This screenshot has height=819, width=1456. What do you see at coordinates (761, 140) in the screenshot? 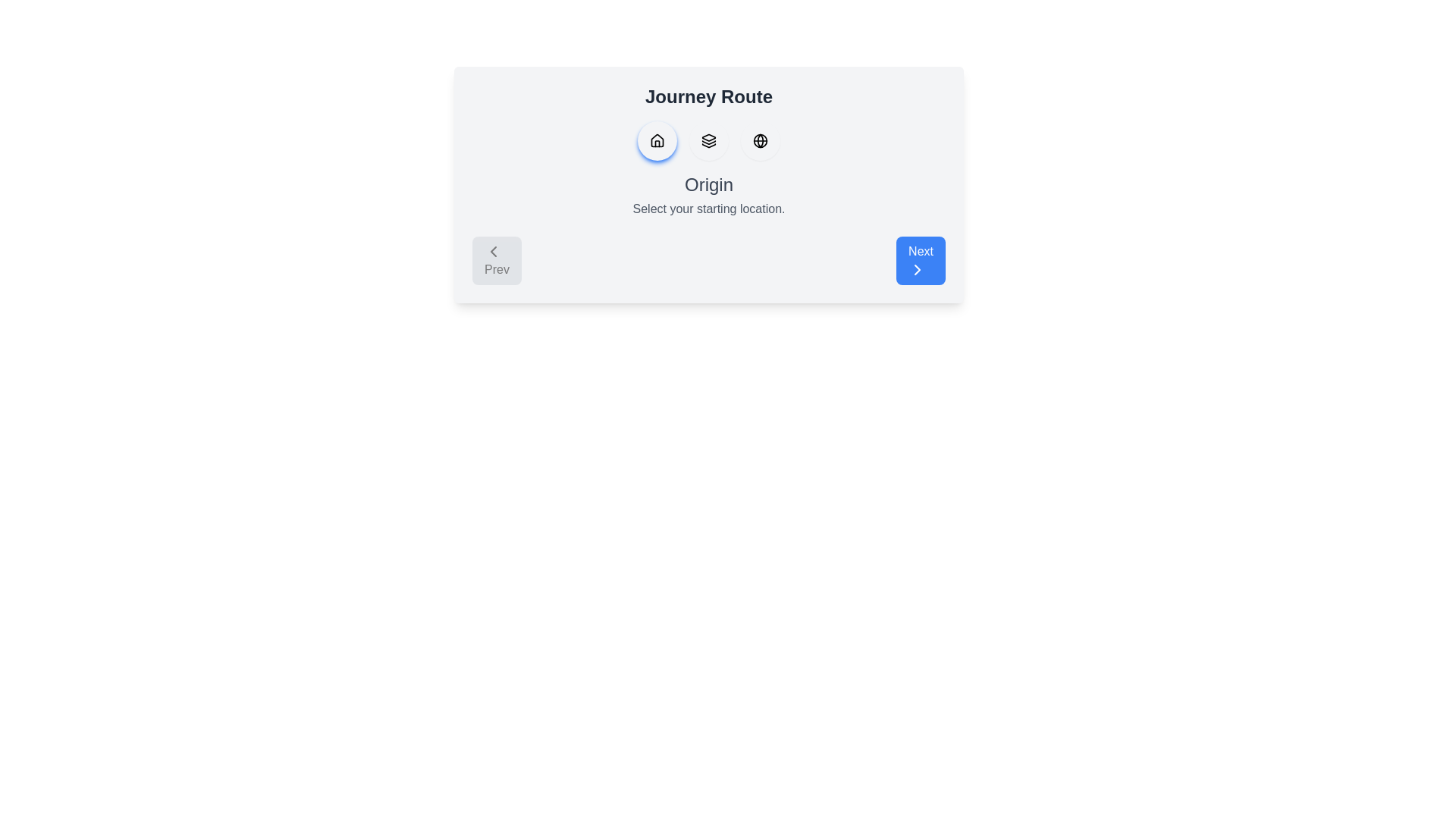
I see `the third circular icon under the 'Journey Route' heading, which represents selecting a global or geographical option in the user interface` at bounding box center [761, 140].